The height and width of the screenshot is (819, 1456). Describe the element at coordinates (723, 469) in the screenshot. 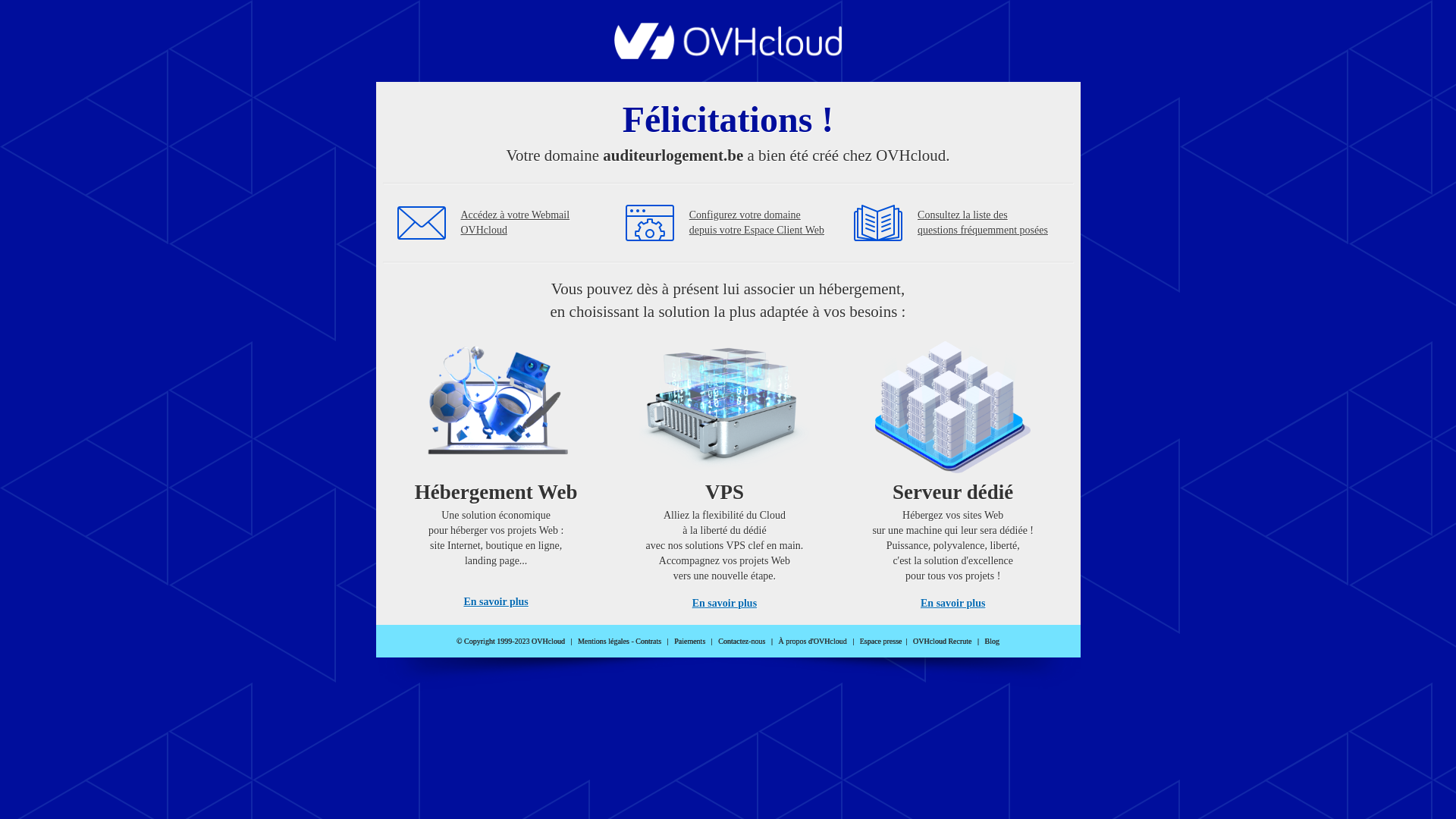

I see `'VPS'` at that location.